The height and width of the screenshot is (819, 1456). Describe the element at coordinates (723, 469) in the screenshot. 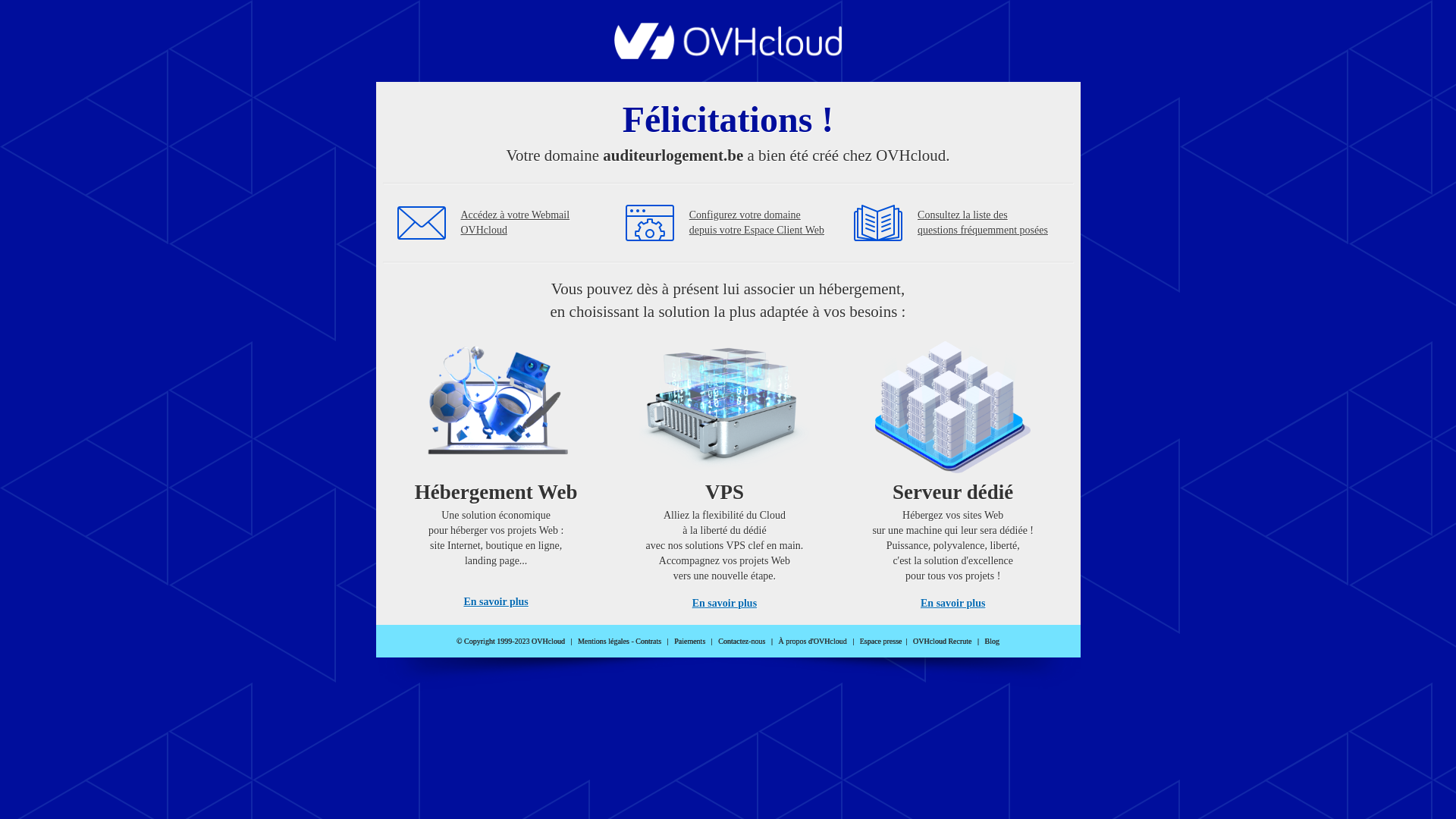

I see `'VPS'` at that location.